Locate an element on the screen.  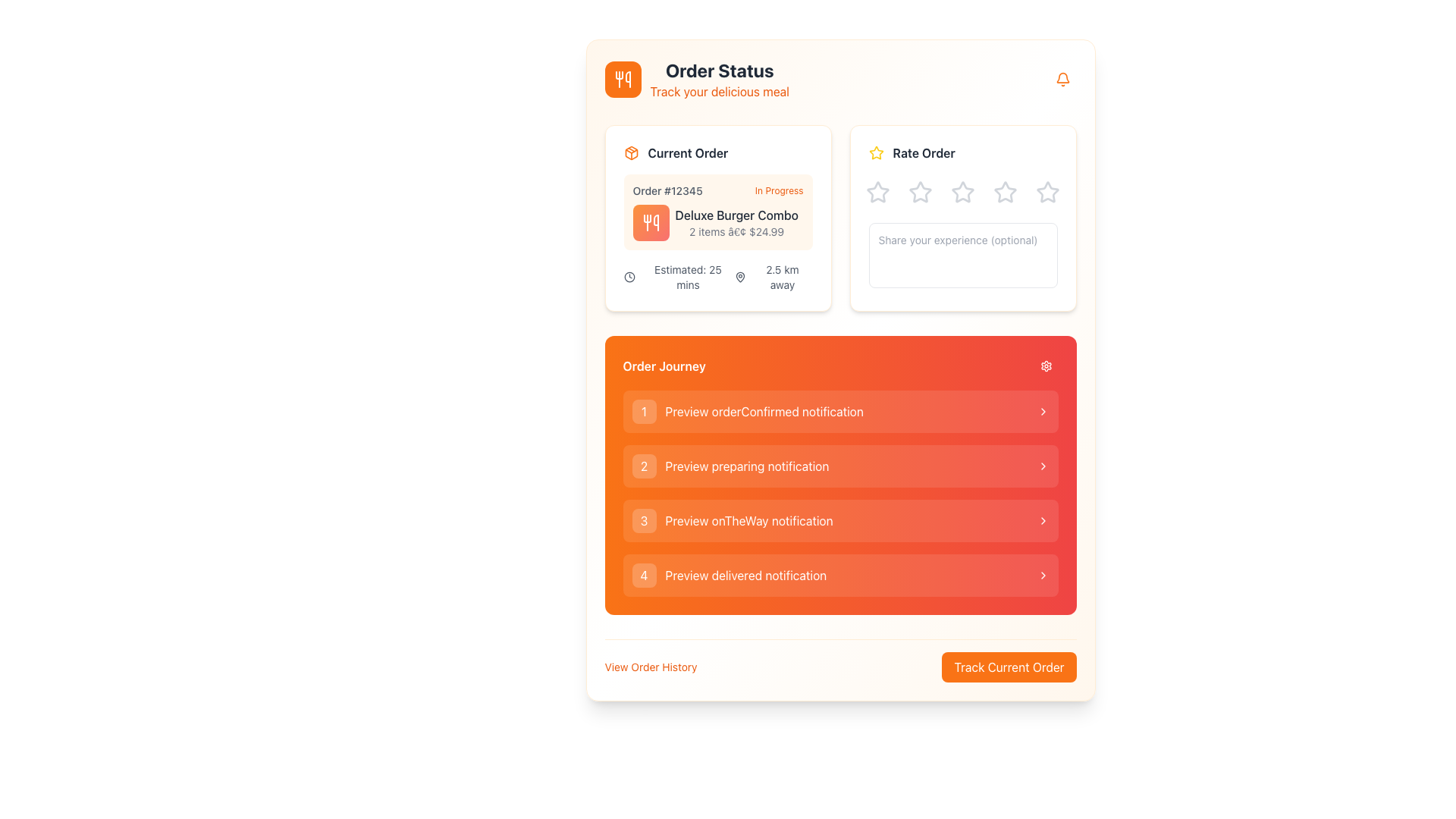
the label displaying 'Estimated: 25 mins' in the 'Current Order' section, which is styled in gray text and aligned to the left is located at coordinates (687, 278).